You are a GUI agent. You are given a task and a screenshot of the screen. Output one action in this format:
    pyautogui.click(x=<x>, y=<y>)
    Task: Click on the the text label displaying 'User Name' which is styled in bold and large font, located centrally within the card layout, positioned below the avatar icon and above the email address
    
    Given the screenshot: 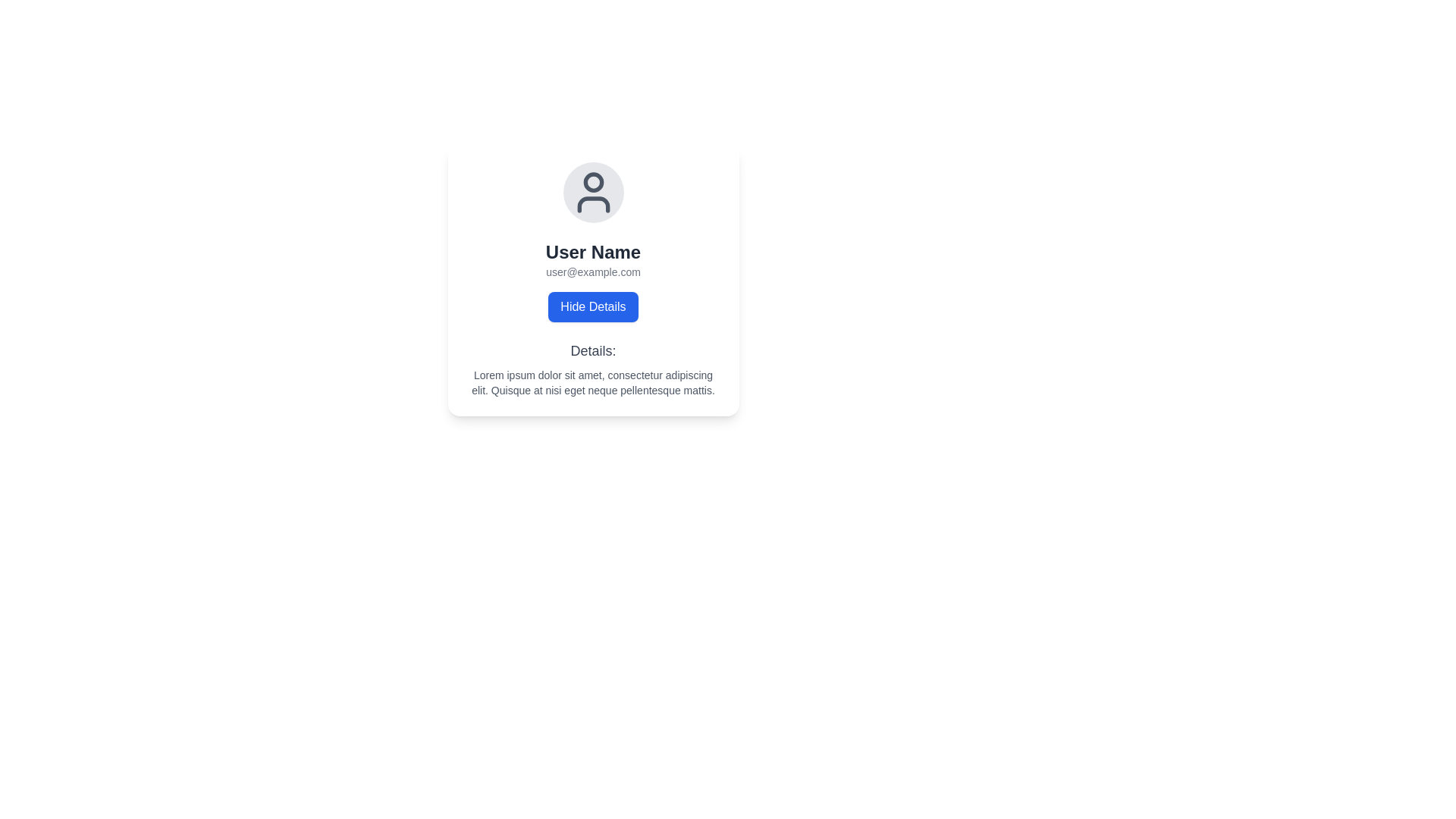 What is the action you would take?
    pyautogui.click(x=592, y=251)
    